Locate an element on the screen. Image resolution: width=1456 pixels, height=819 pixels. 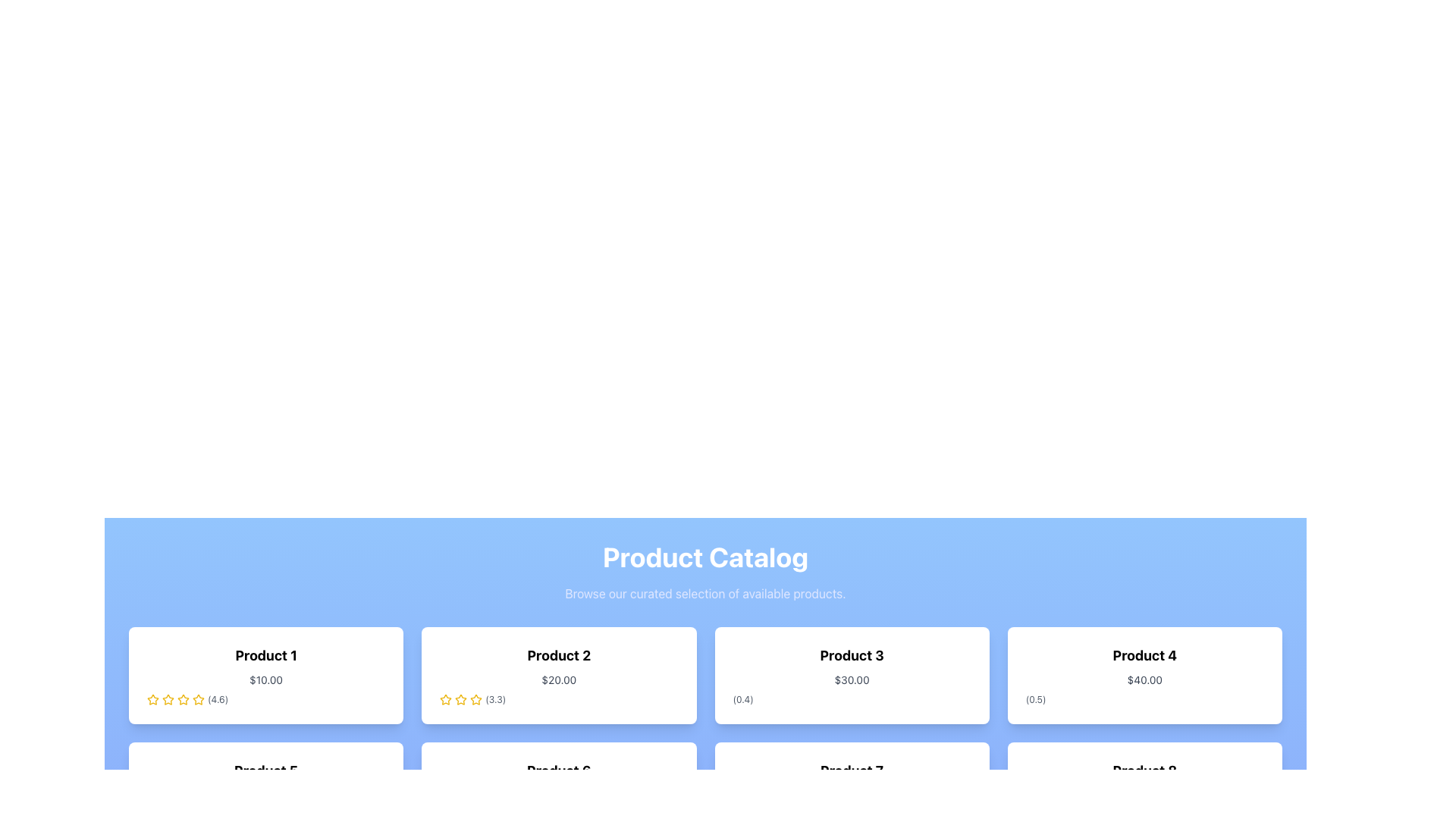
numerical rating value displayed in the text label located at the end of the row of five stars in the rating section of the first product card on the top left corner of the product catalog grid is located at coordinates (217, 699).